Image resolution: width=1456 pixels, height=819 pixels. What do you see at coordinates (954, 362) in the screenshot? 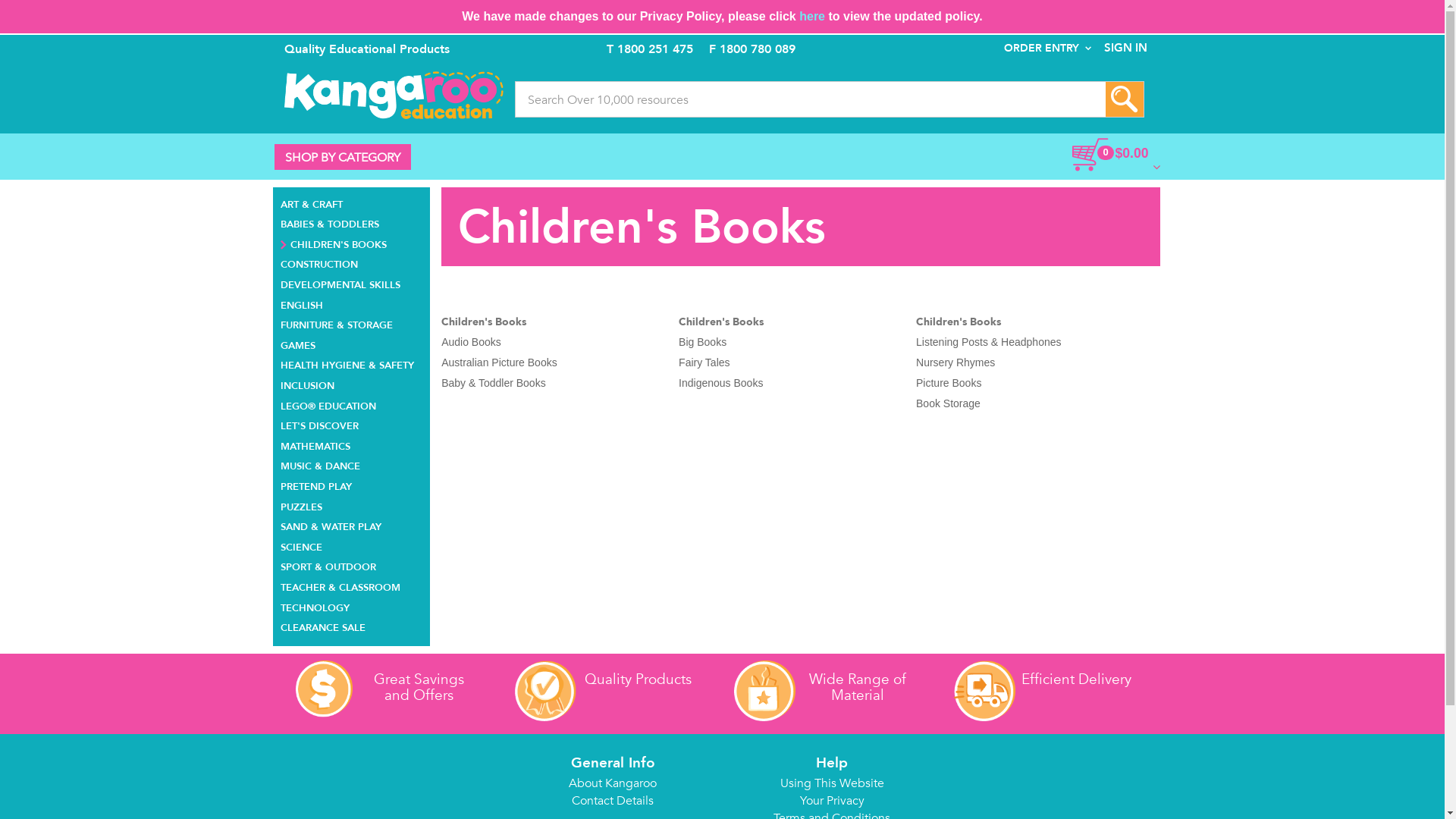
I see `'Nursery Rhymes'` at bounding box center [954, 362].